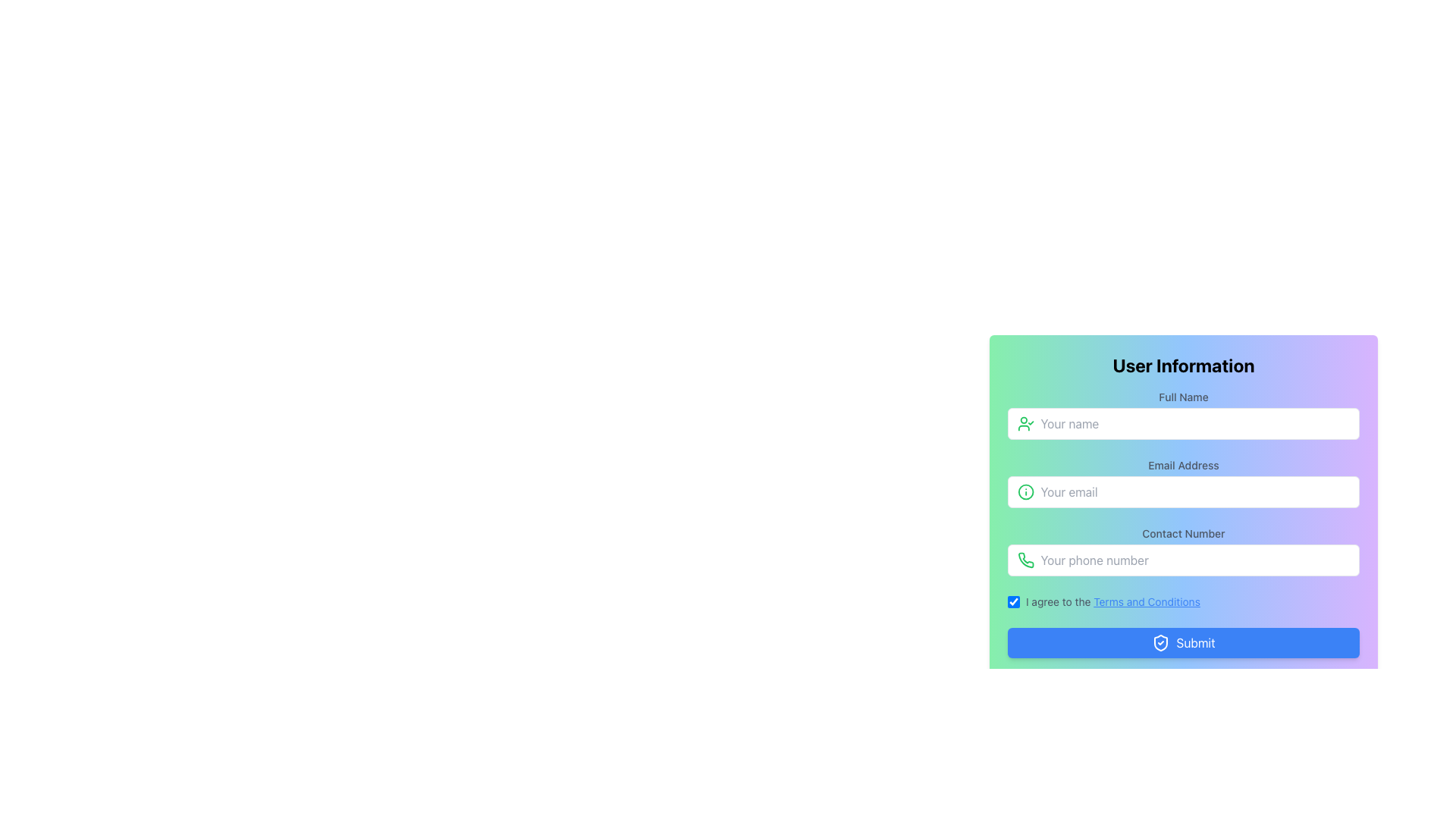  What do you see at coordinates (1182, 522) in the screenshot?
I see `the 'Contact Number' text input field` at bounding box center [1182, 522].